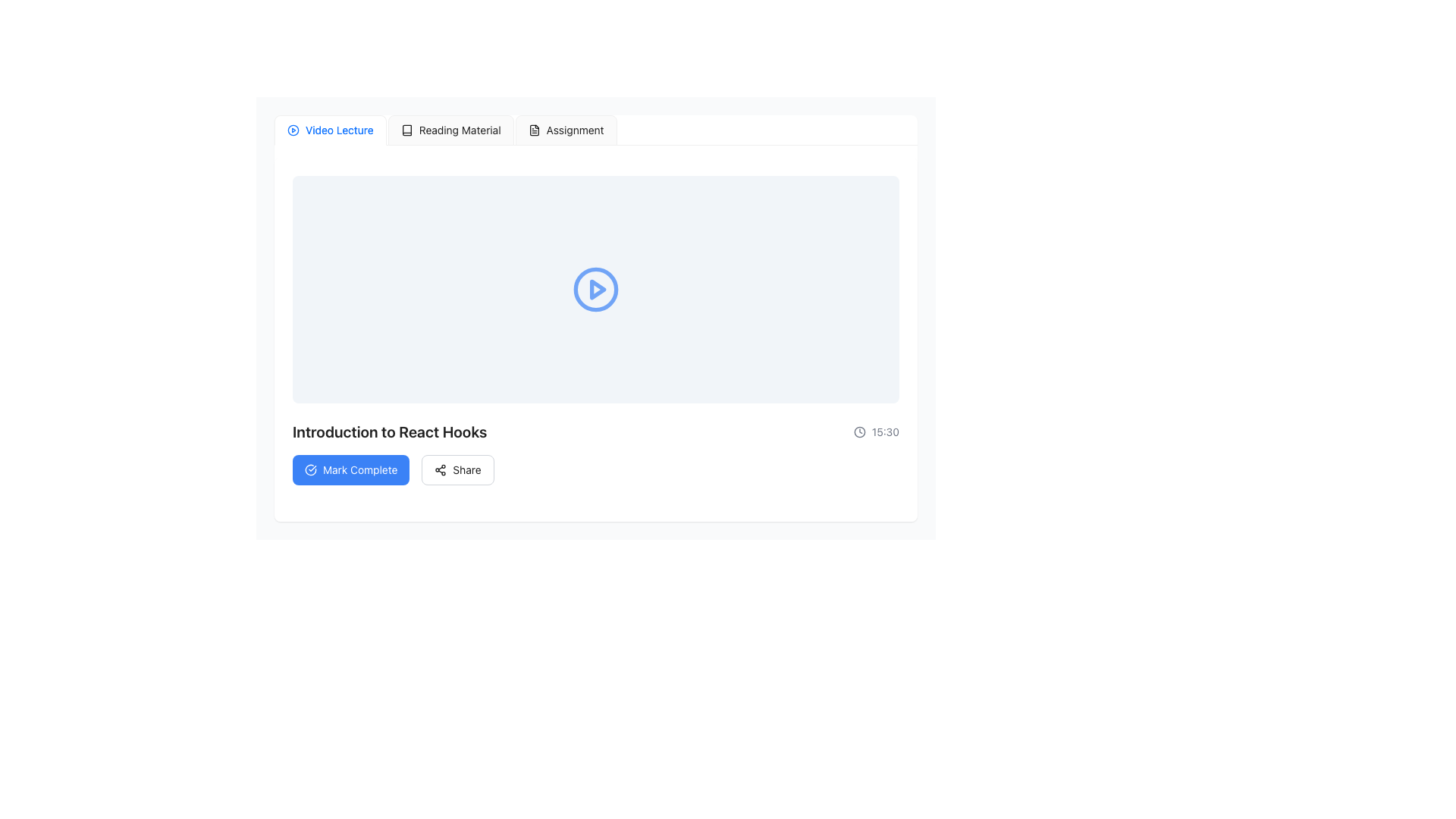  What do you see at coordinates (293, 130) in the screenshot?
I see `the outermost circular boundary of the play button located at the center of the video thumbnail area` at bounding box center [293, 130].